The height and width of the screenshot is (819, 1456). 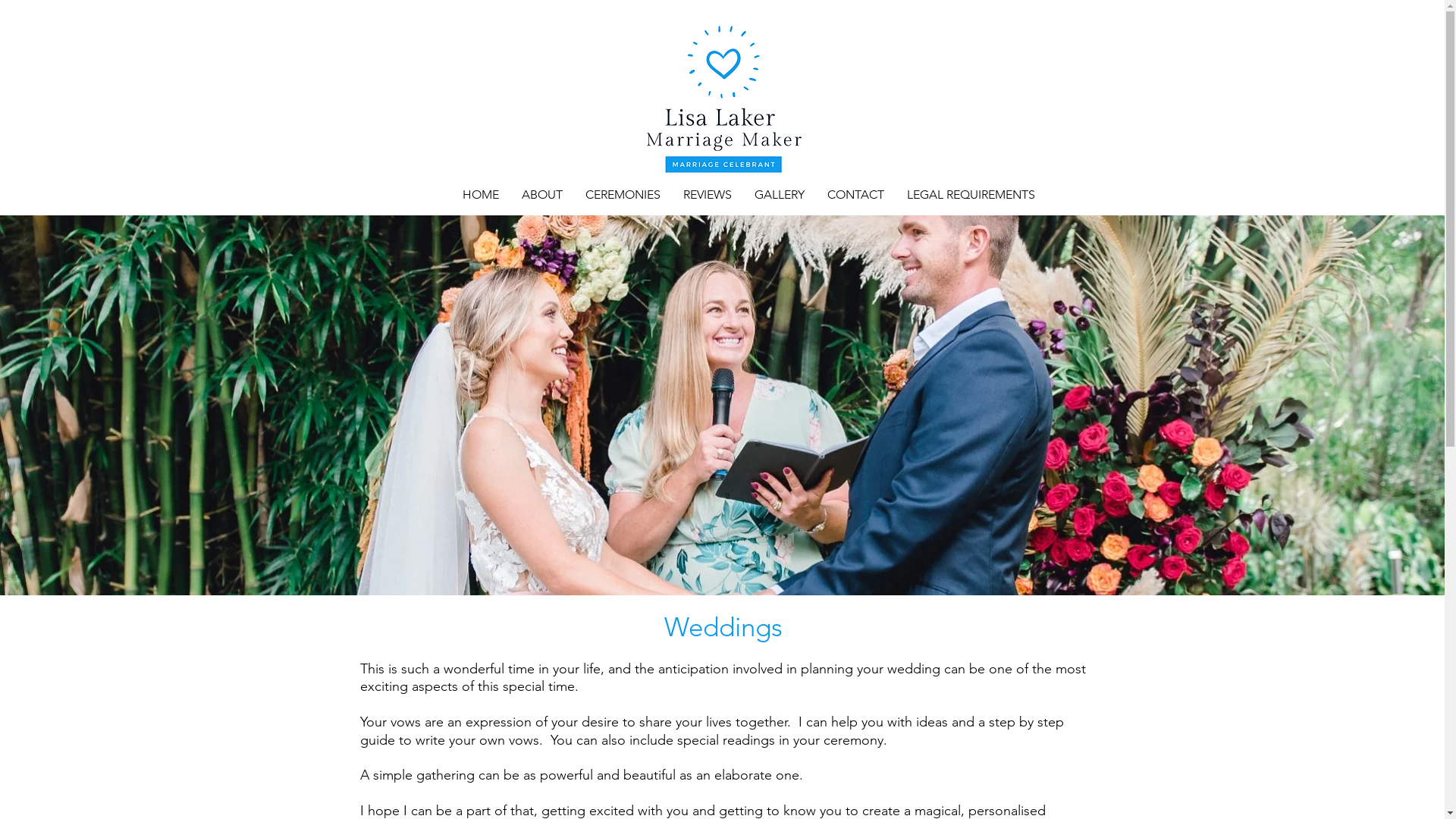 I want to click on 'REVIEWS', so click(x=706, y=194).